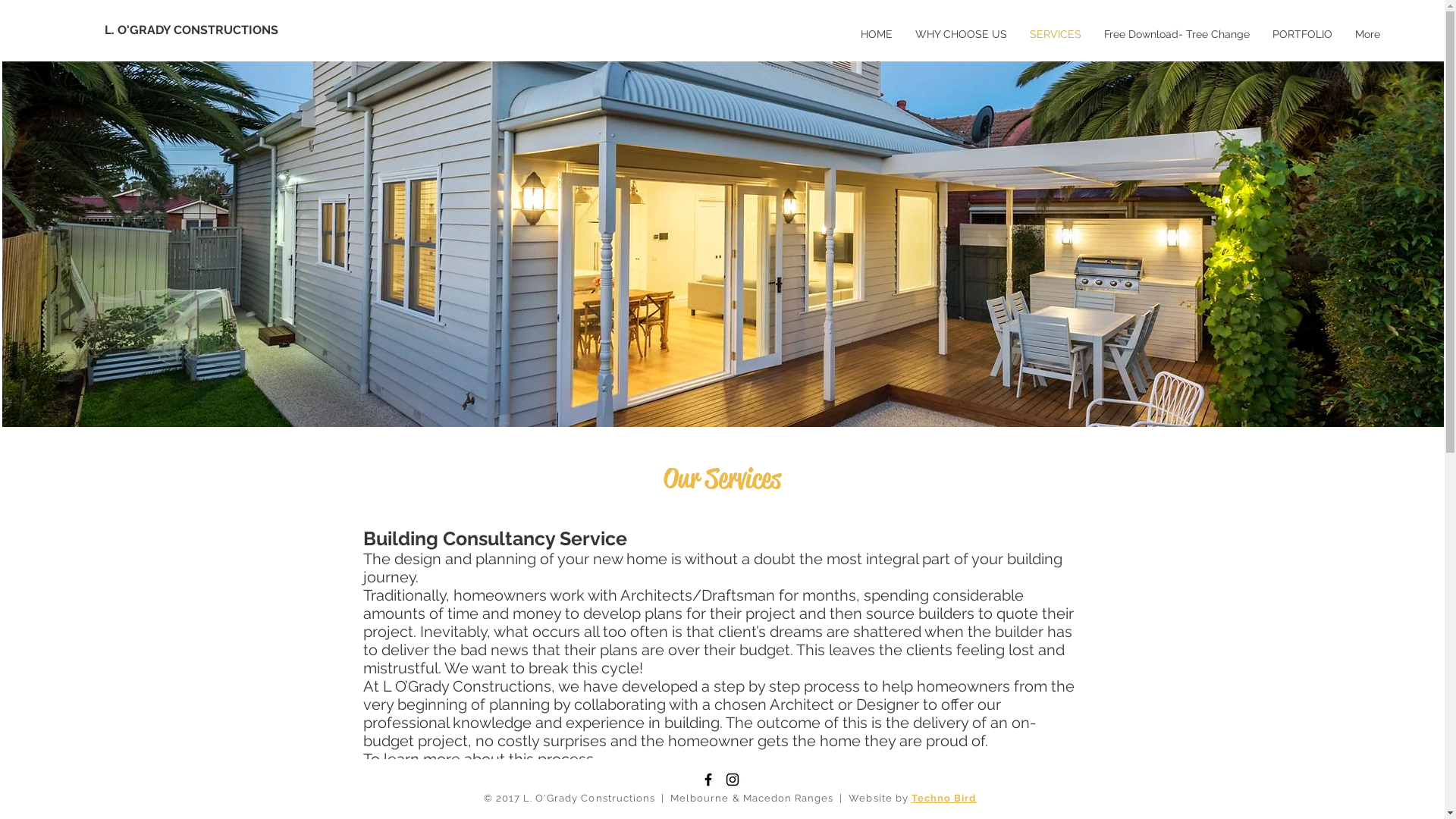 The width and height of the screenshot is (1456, 819). What do you see at coordinates (1175, 34) in the screenshot?
I see `'Free Download- Tree Change'` at bounding box center [1175, 34].